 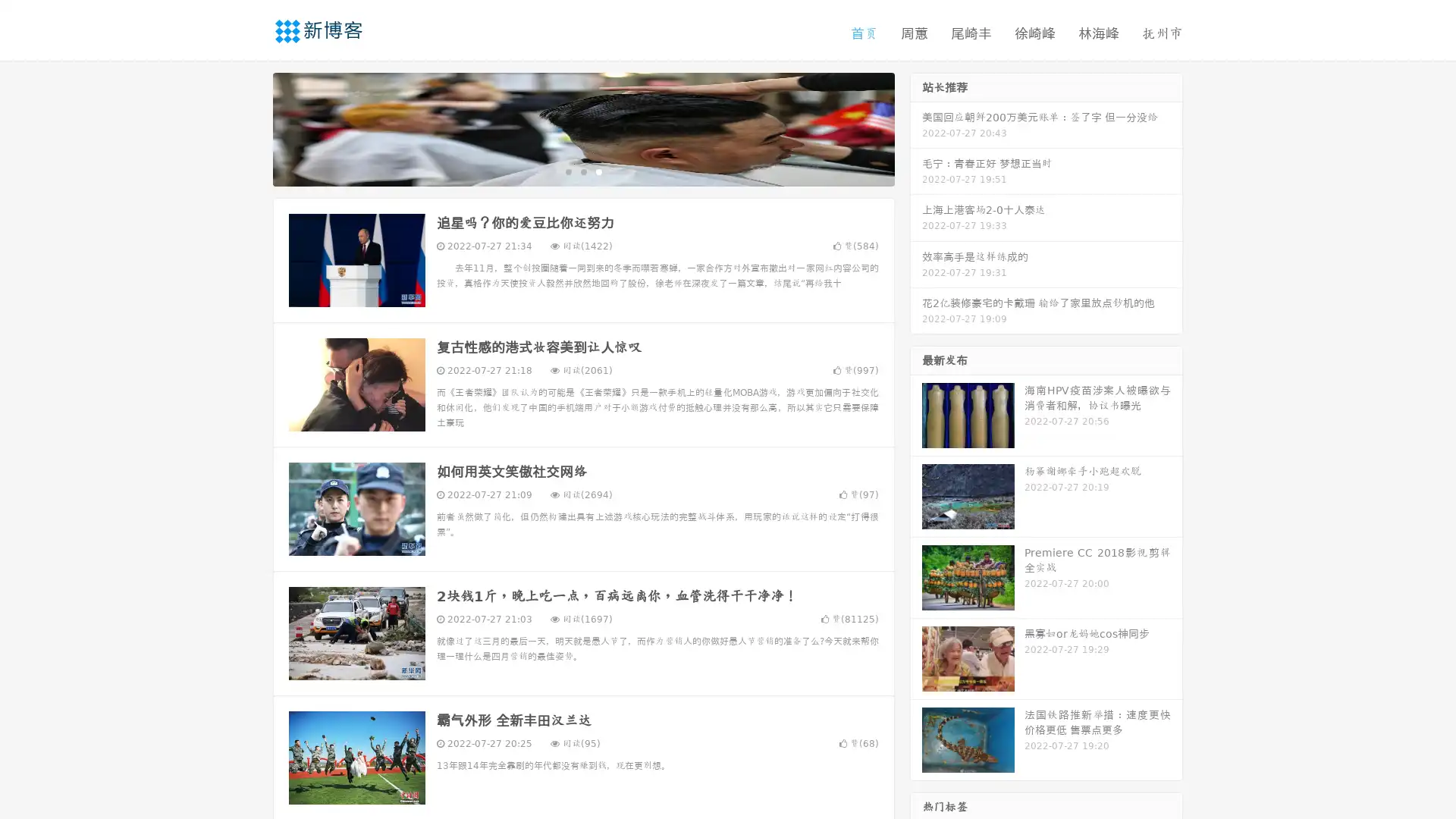 What do you see at coordinates (916, 127) in the screenshot?
I see `Next slide` at bounding box center [916, 127].